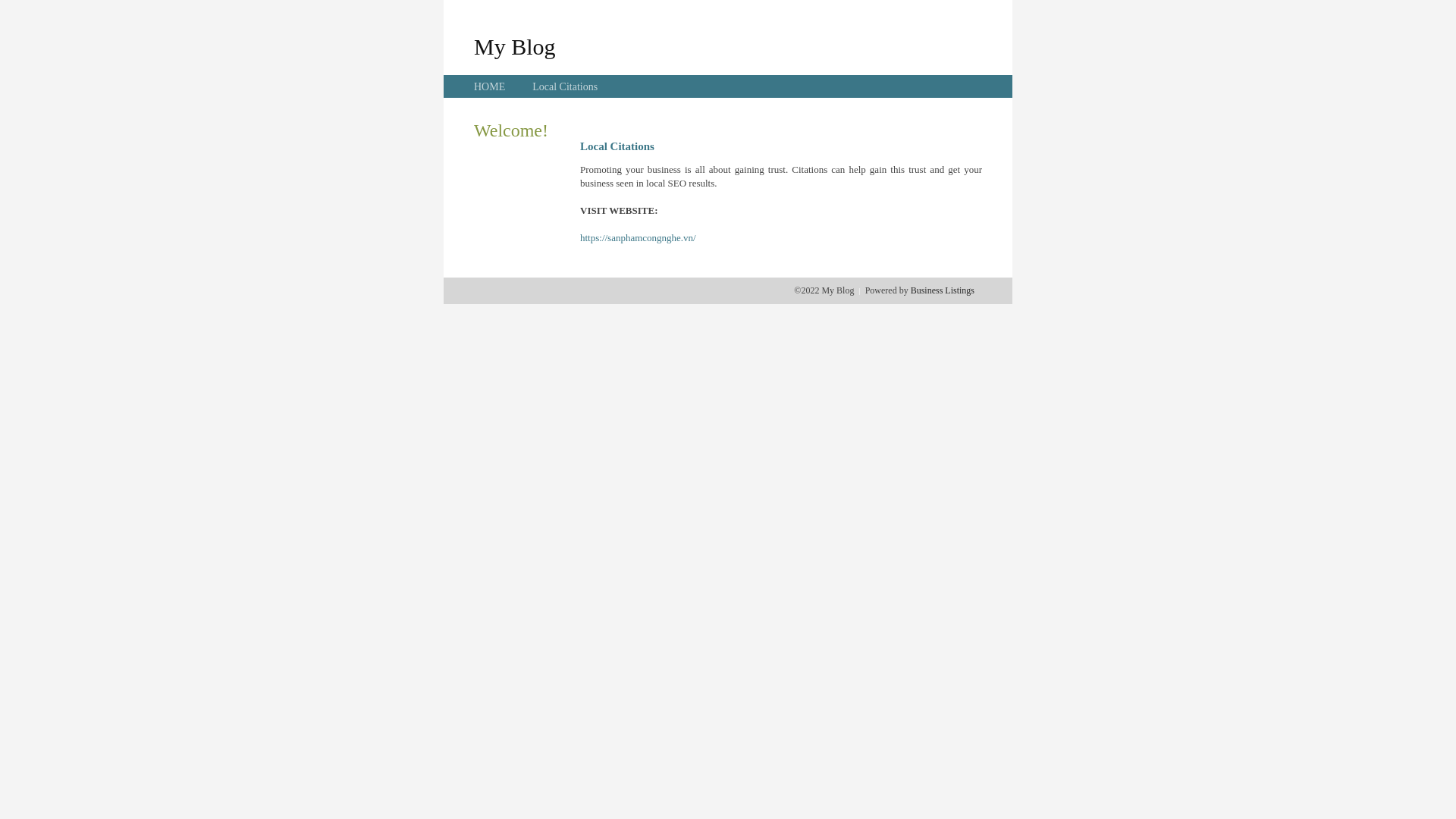 The height and width of the screenshot is (819, 1456). Describe the element at coordinates (942, 290) in the screenshot. I see `'Business Listings'` at that location.